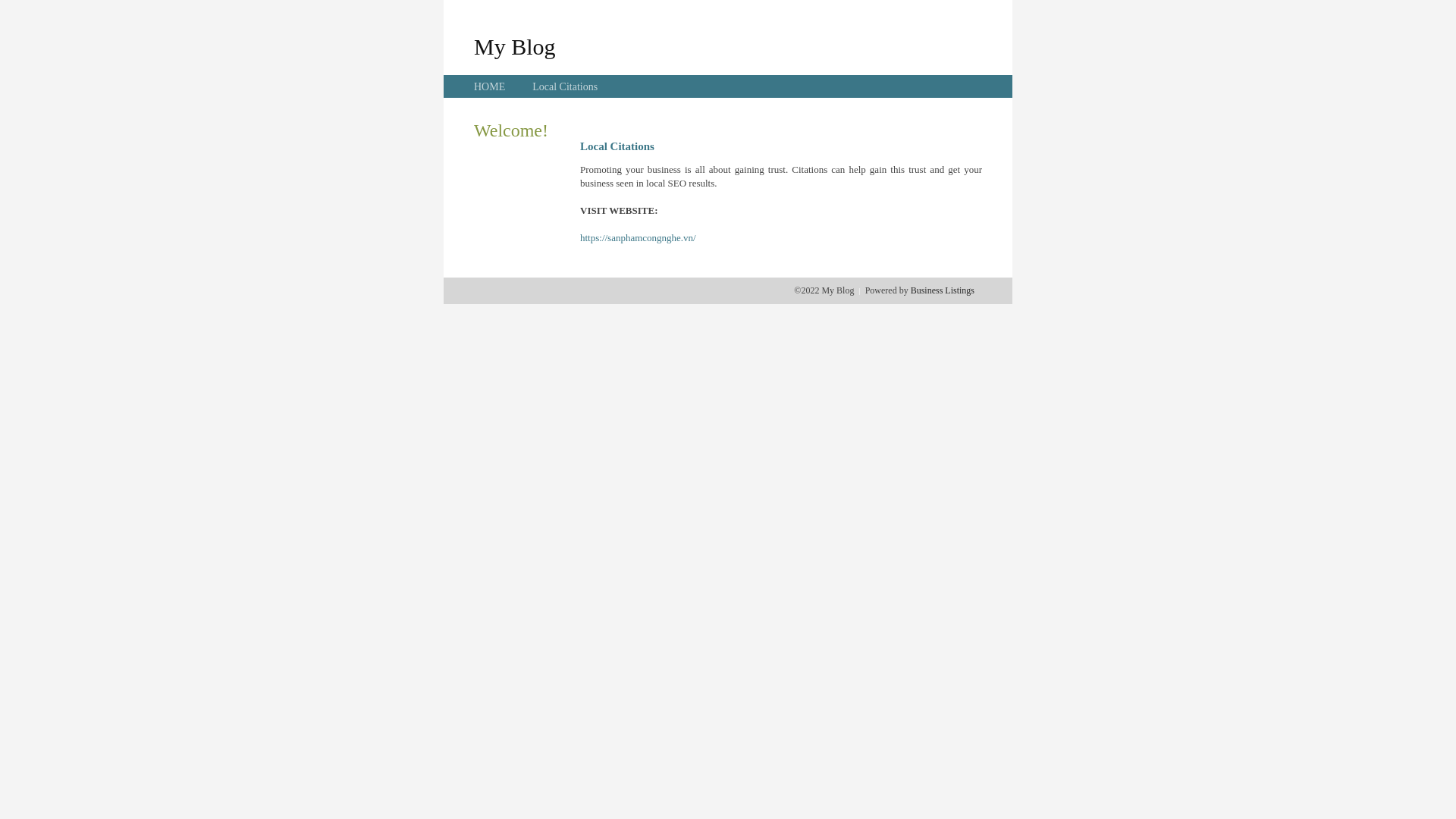 The height and width of the screenshot is (819, 1456). Describe the element at coordinates (942, 290) in the screenshot. I see `'Business Listings'` at that location.